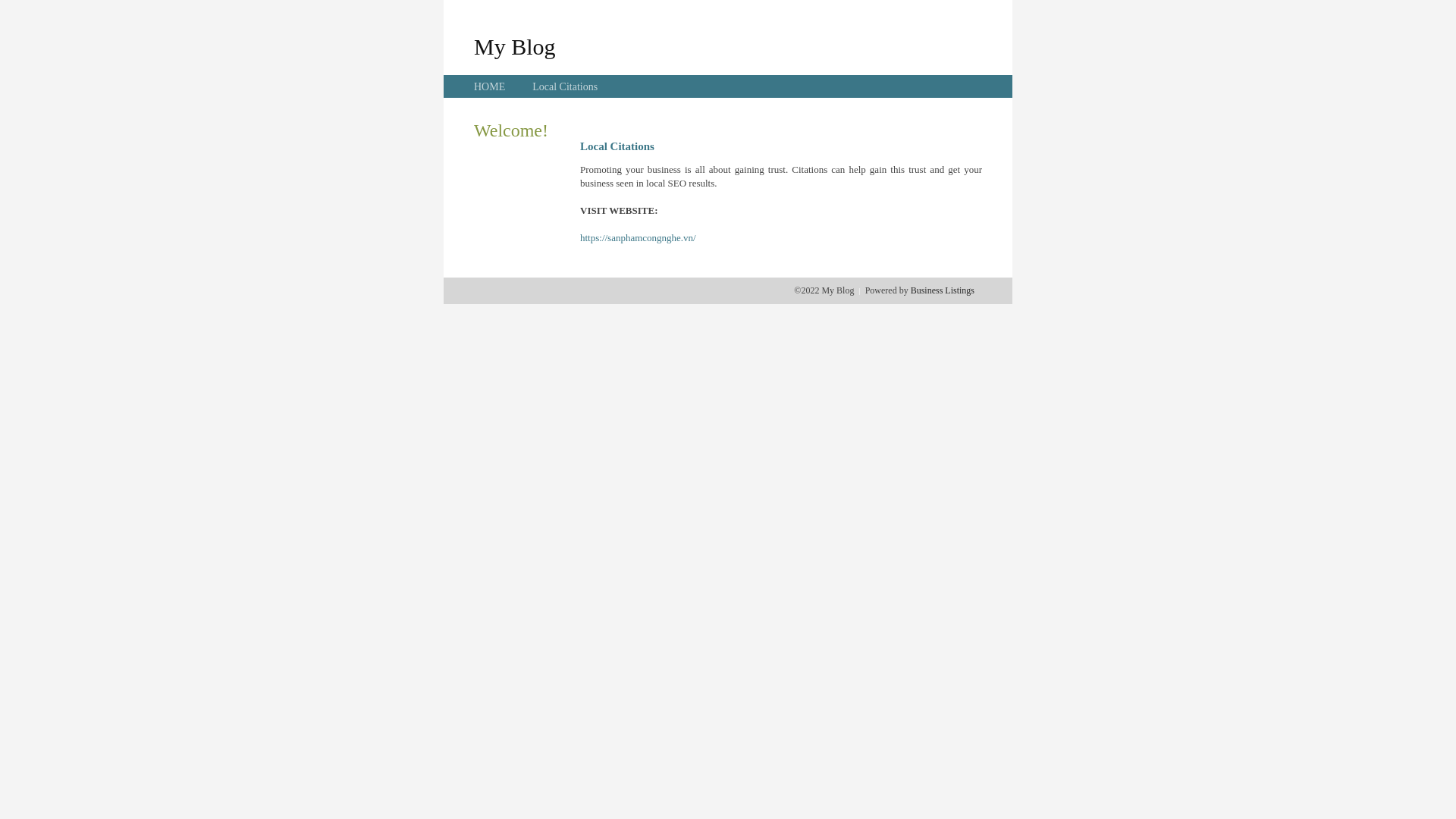 The height and width of the screenshot is (819, 1456). Describe the element at coordinates (942, 290) in the screenshot. I see `'Business Listings'` at that location.